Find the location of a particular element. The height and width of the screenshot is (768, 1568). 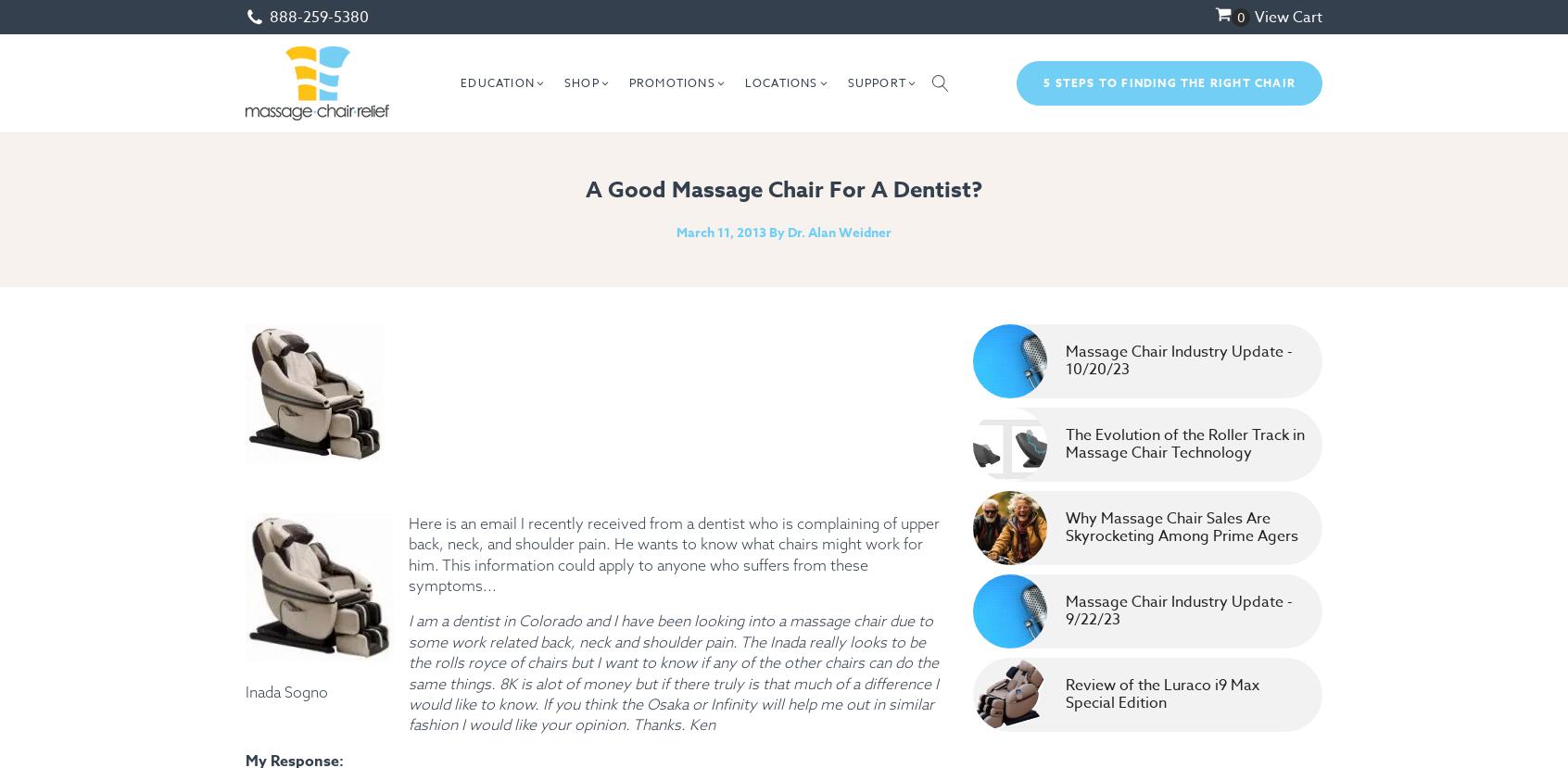

'90-Day Satisfaction Guarantee' is located at coordinates (961, 295).